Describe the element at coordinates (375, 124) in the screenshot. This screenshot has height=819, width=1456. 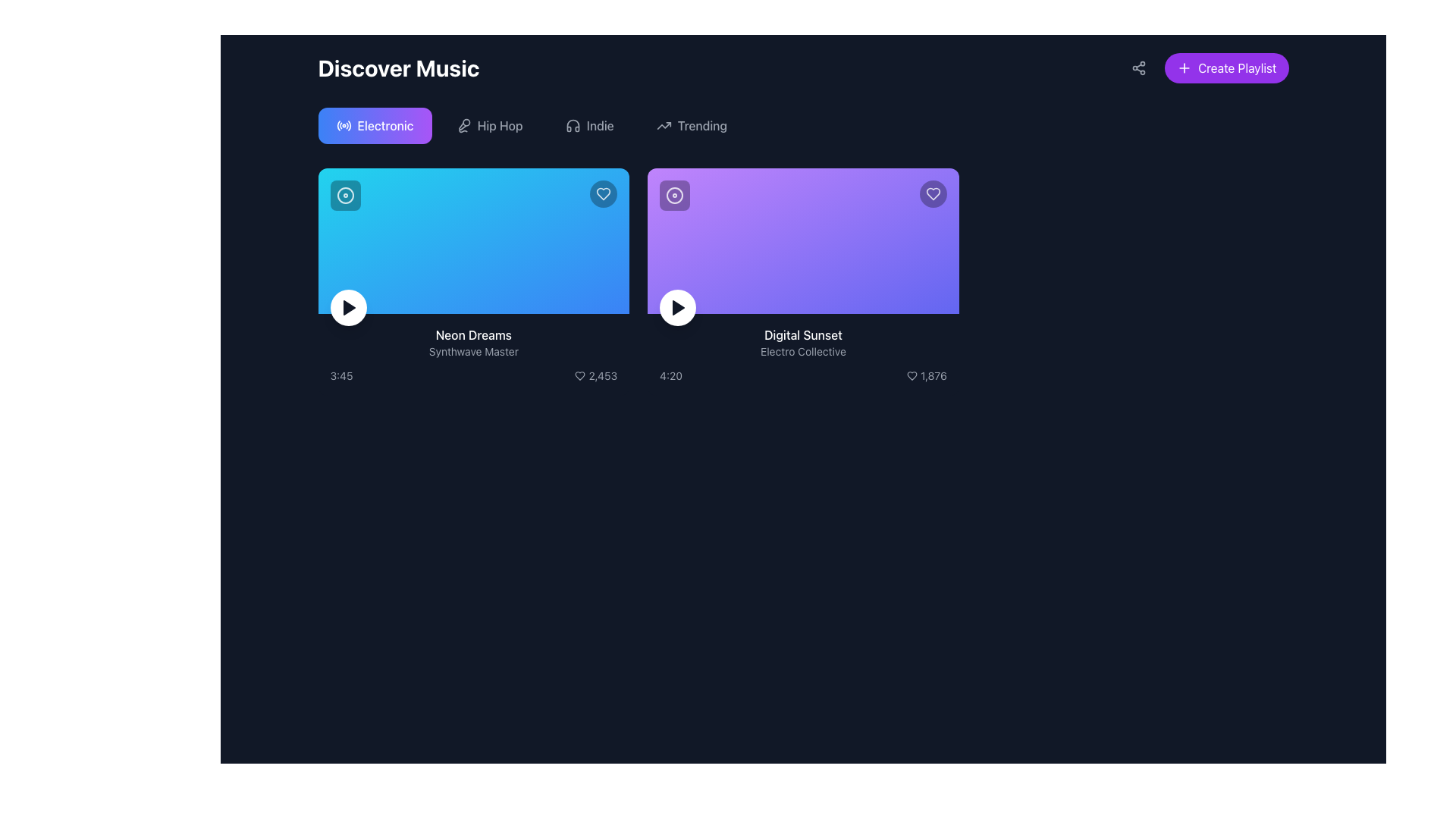
I see `the rectangular button labeled 'Electronic' with a gradient background transitioning from blue to purple` at that location.